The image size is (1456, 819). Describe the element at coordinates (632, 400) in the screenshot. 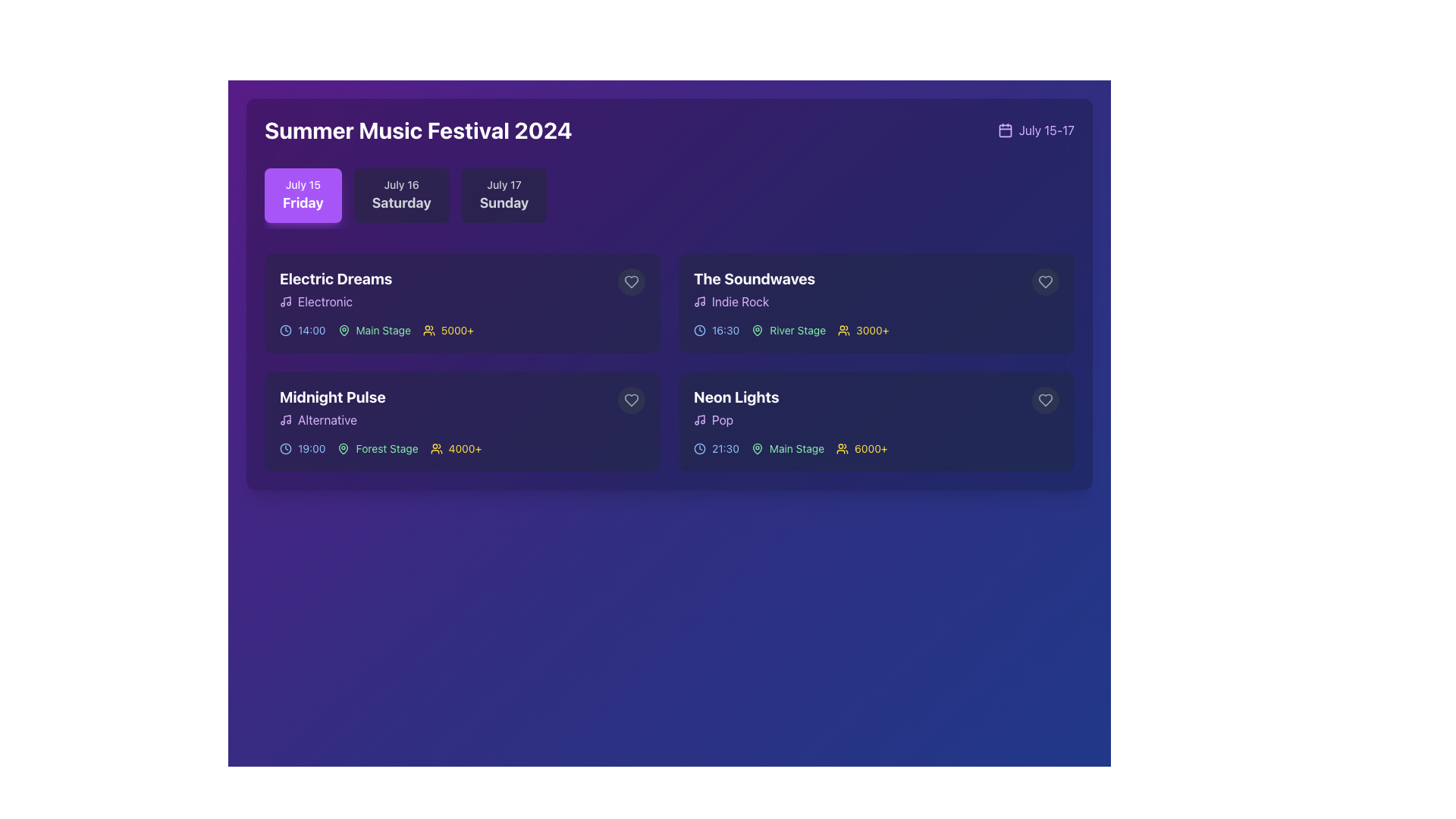

I see `the heart-shaped icon located in the bottom-right corner of the 'Midnight Pulse' card under the 'July 15' section to mark or unmark it as favorite` at that location.